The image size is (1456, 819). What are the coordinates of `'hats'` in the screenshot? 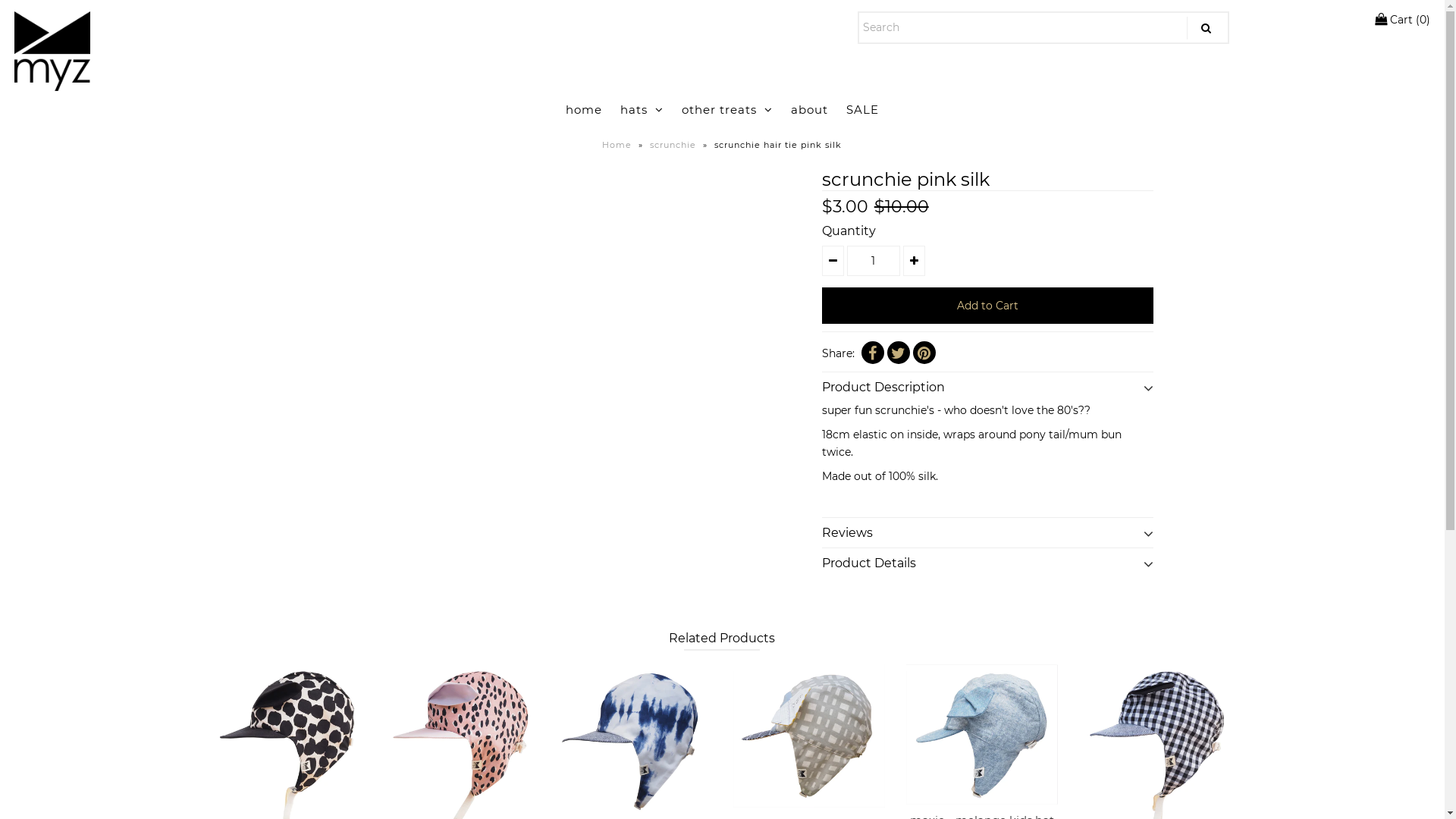 It's located at (642, 109).